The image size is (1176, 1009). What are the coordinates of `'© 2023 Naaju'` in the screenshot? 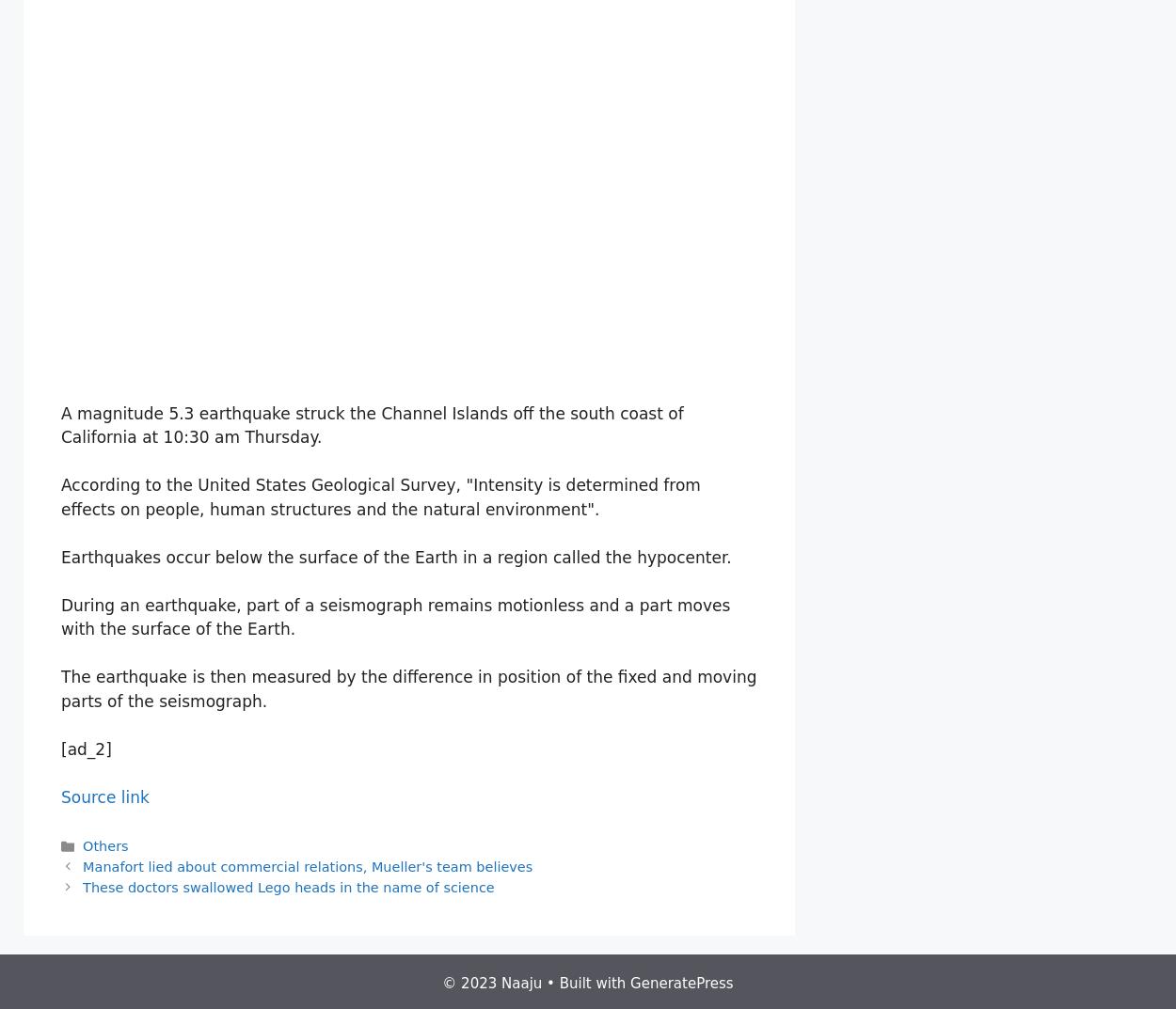 It's located at (492, 983).